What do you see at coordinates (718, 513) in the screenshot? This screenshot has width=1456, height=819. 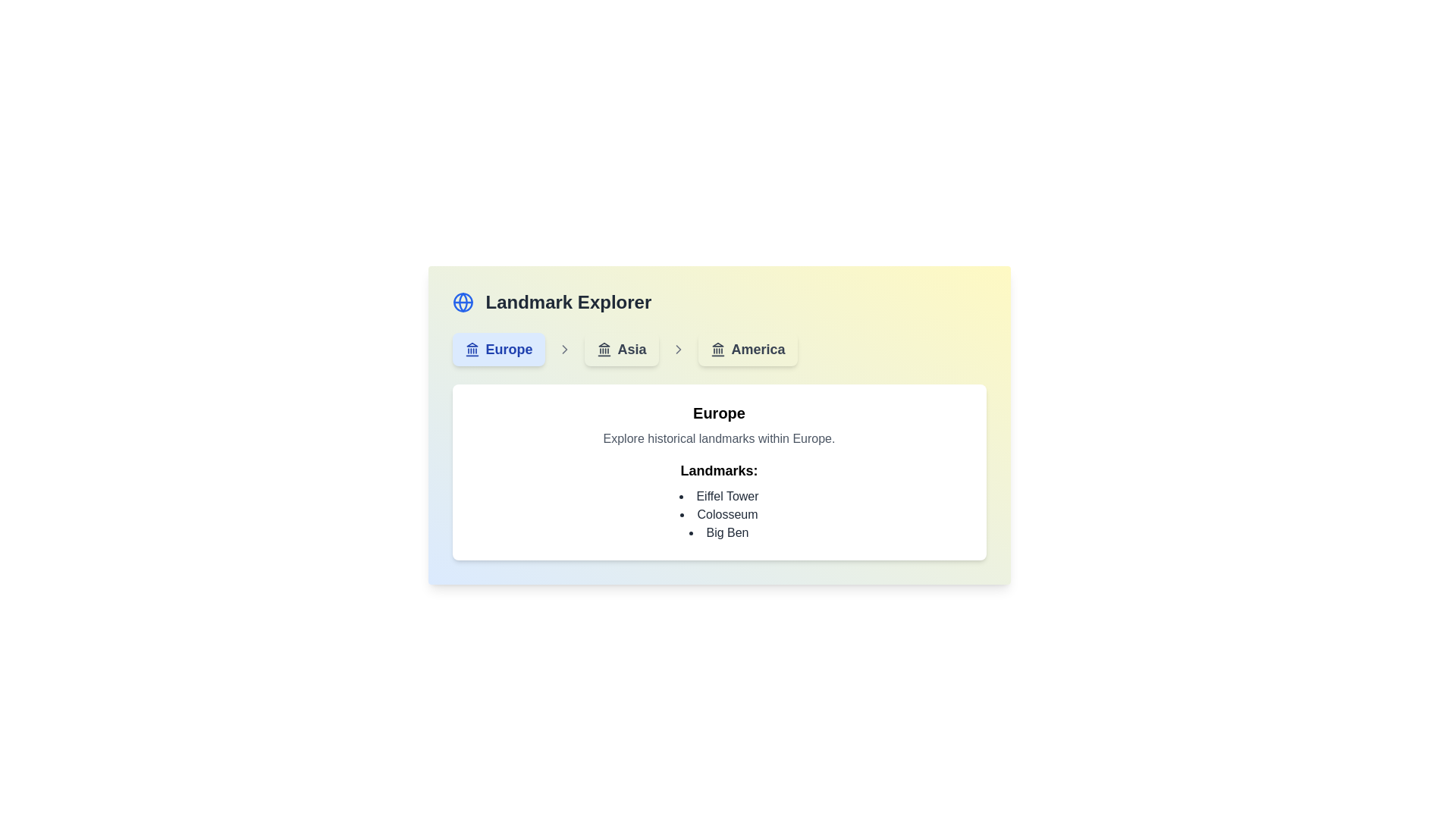 I see `the bulleted list of historical landmarks ('Eiffel Tower,' 'Colosseum,' and 'Big Ben') located under the header 'Landmarks:' in the 'Europe' card` at bounding box center [718, 513].